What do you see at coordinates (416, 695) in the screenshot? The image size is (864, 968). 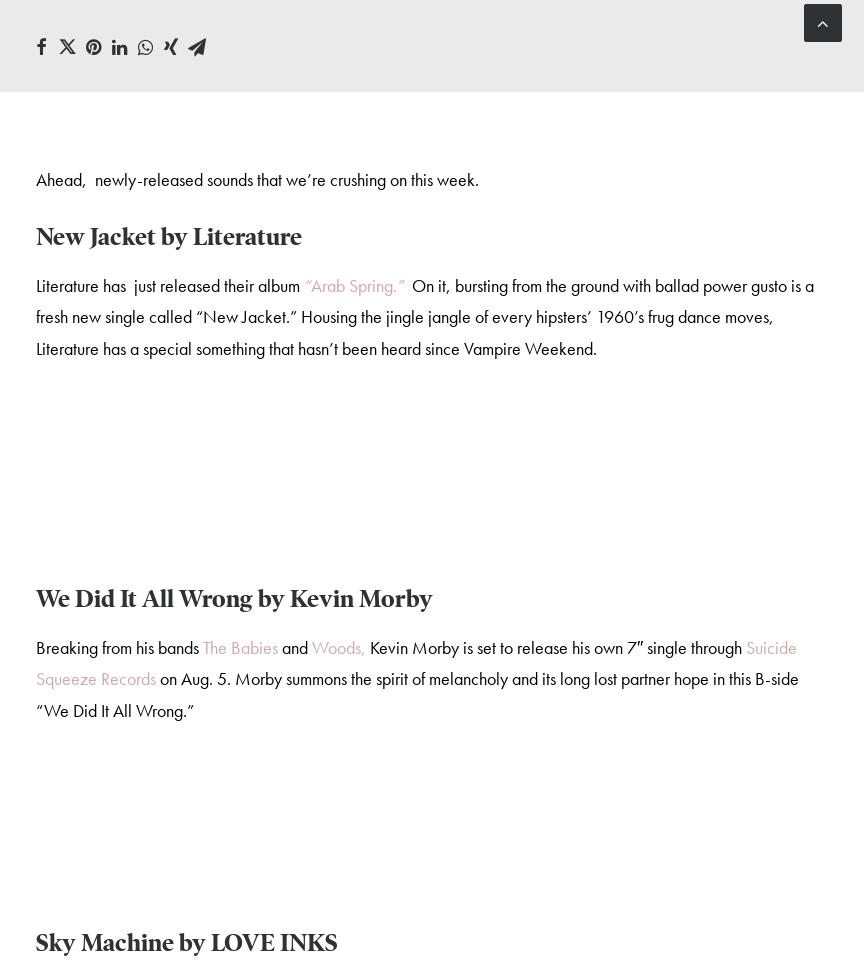 I see `'on Aug. 5. Morby summons the spirit of melancholy and its long lost partner hope in this B-side “We Did It All Wrong.”'` at bounding box center [416, 695].